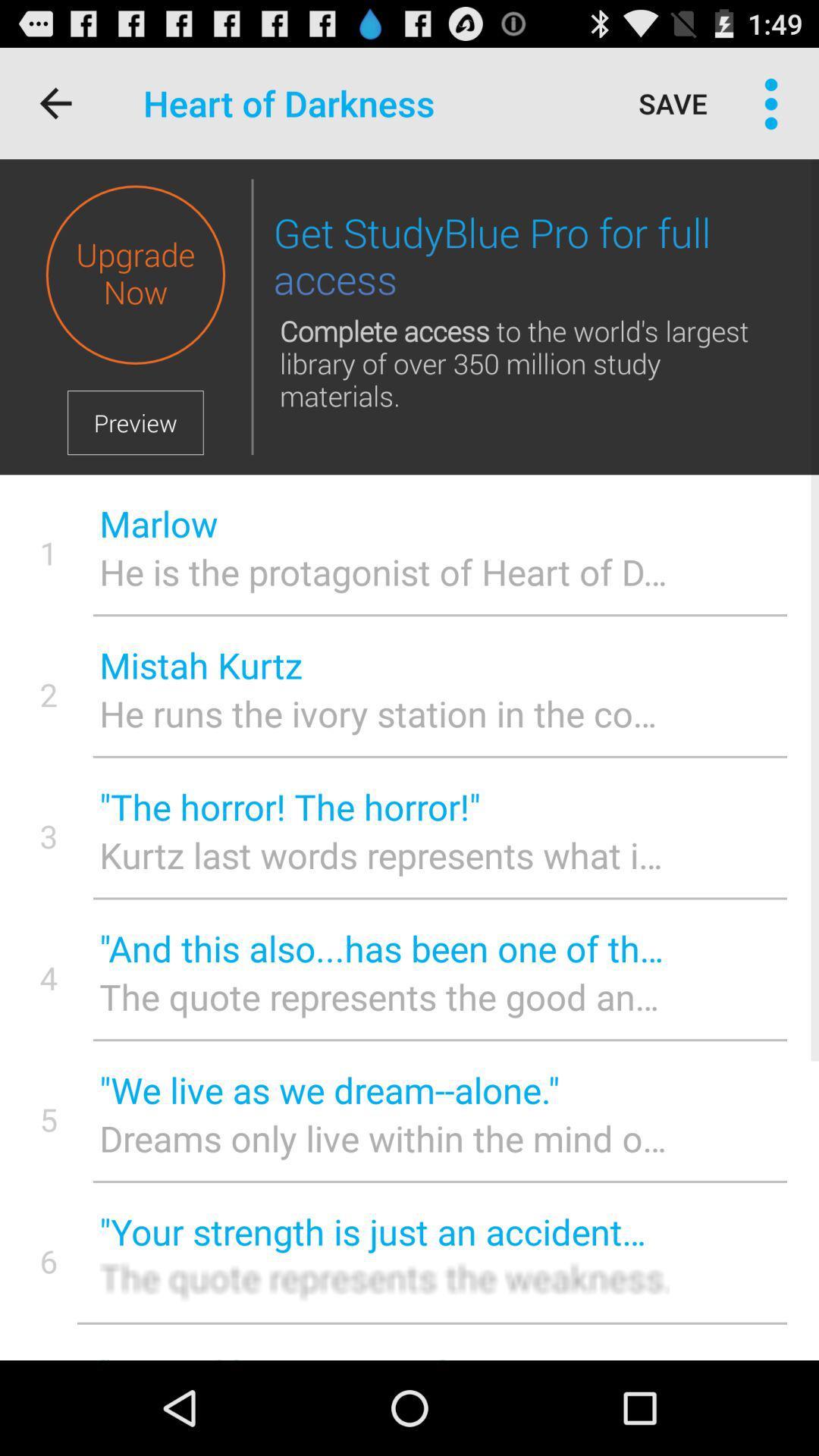 The image size is (819, 1456). Describe the element at coordinates (383, 947) in the screenshot. I see `and this also item` at that location.